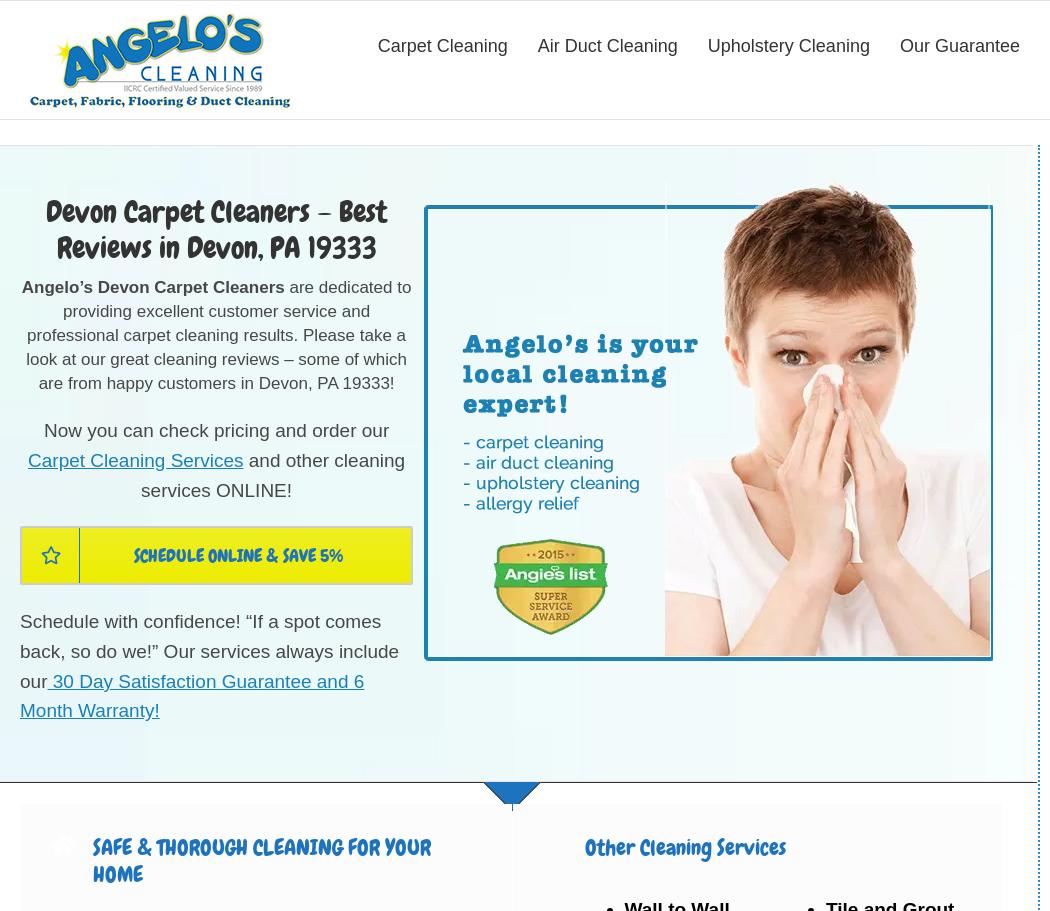 Image resolution: width=1050 pixels, height=911 pixels. I want to click on 'Other Cleaning Services', so click(684, 847).